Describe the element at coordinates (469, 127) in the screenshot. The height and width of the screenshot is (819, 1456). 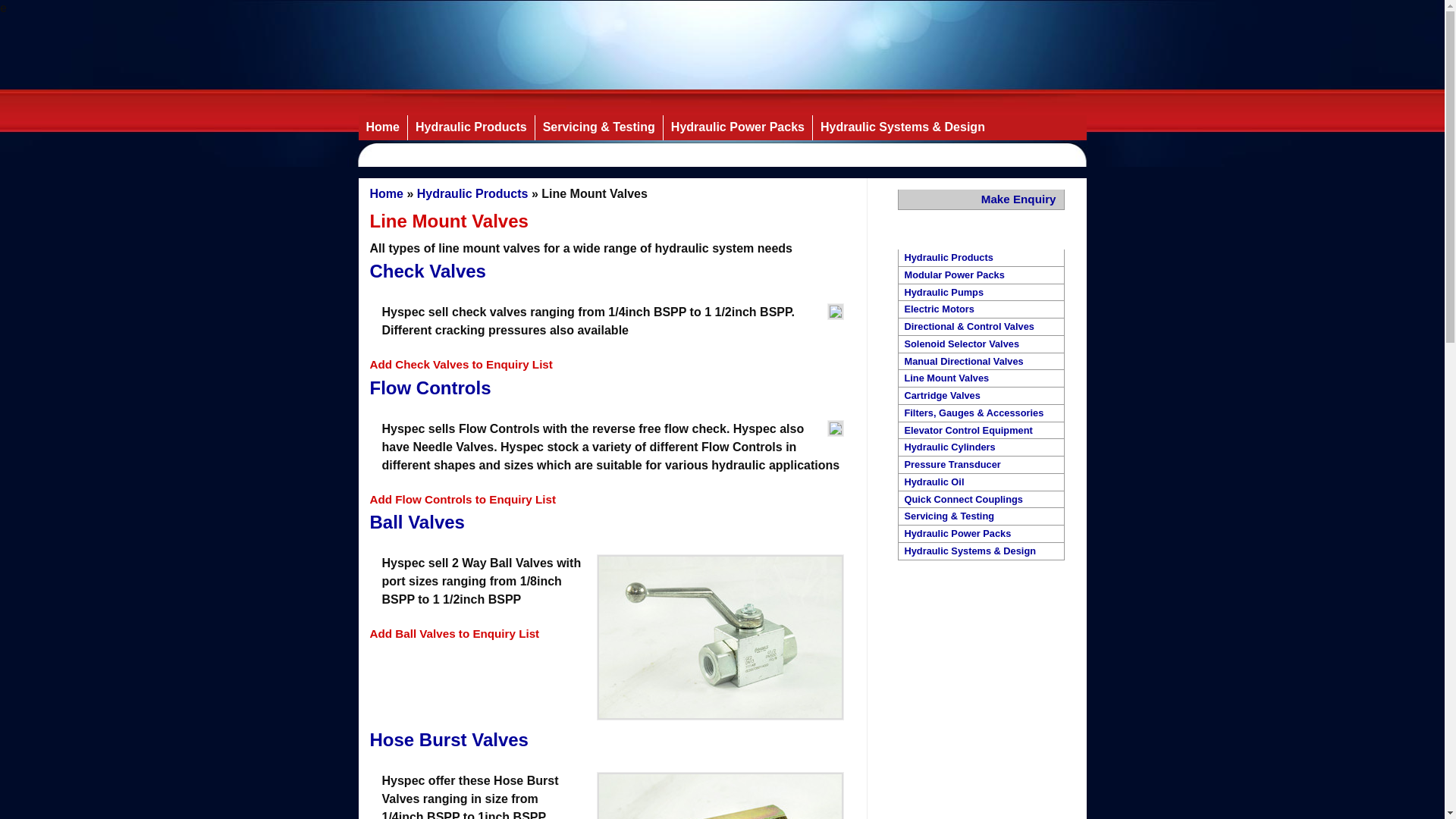
I see `'Hydraulic Products'` at that location.